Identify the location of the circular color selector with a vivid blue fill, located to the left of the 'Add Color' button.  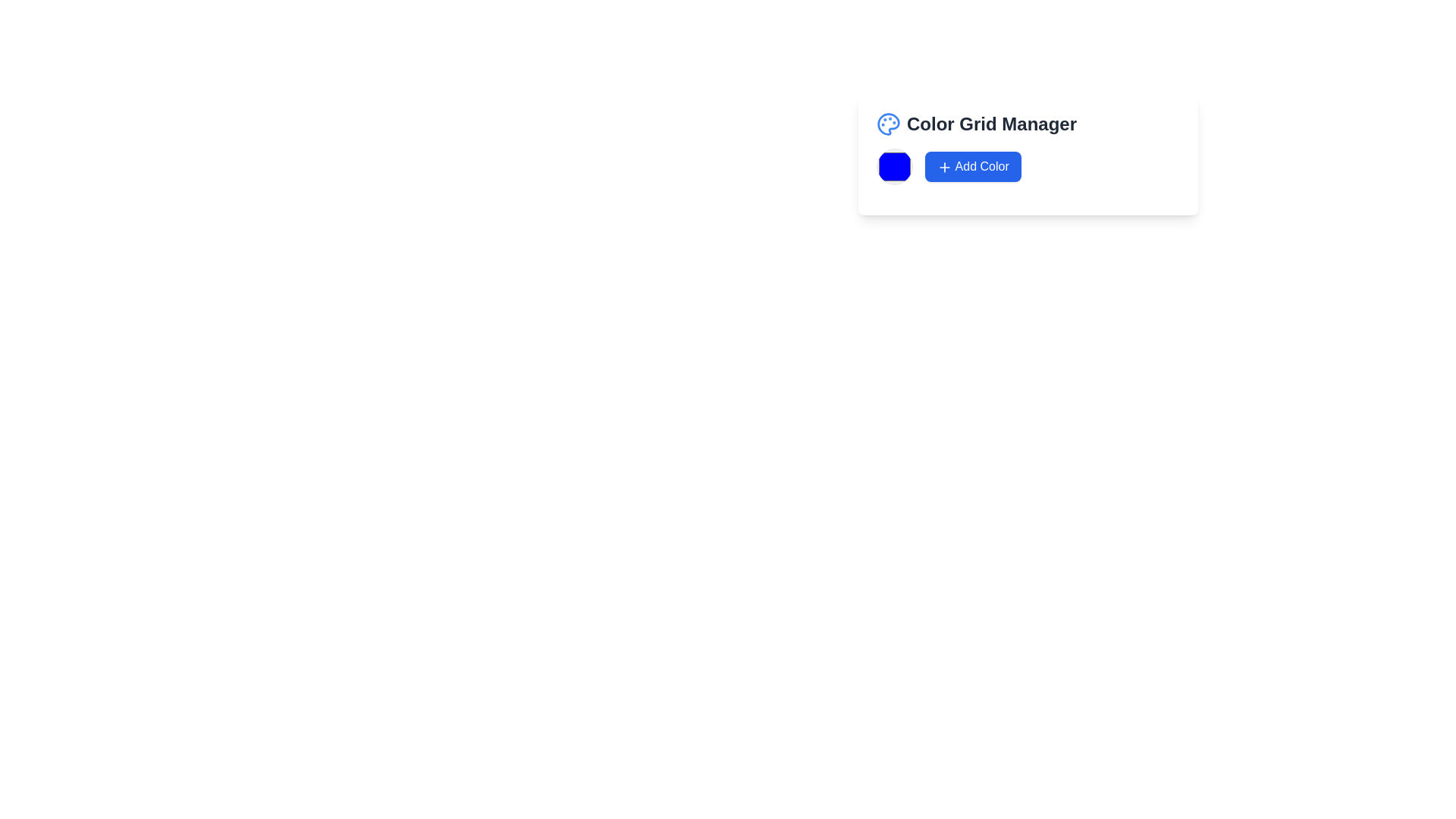
(895, 166).